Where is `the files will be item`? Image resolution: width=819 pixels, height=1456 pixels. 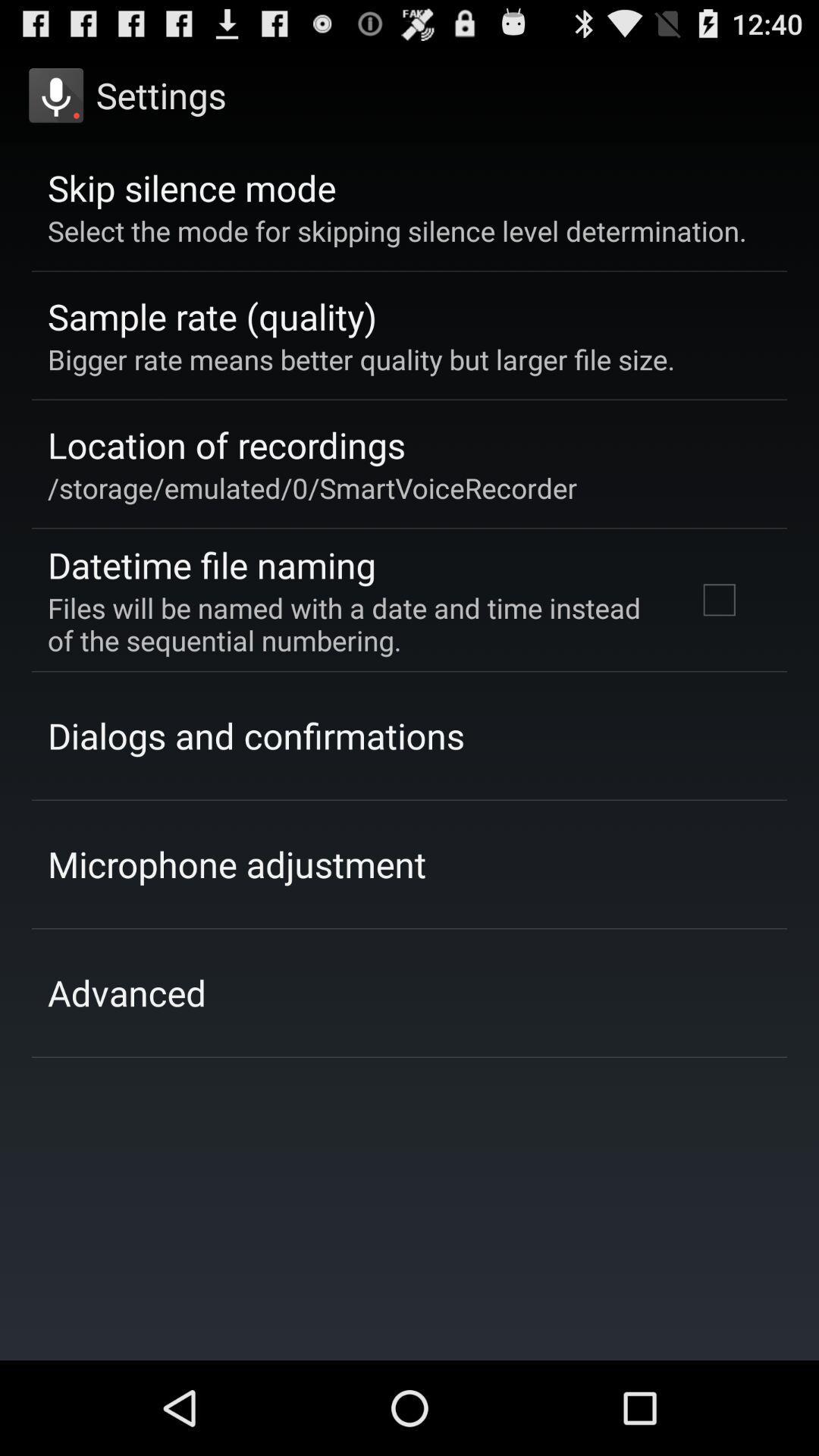 the files will be item is located at coordinates (351, 624).